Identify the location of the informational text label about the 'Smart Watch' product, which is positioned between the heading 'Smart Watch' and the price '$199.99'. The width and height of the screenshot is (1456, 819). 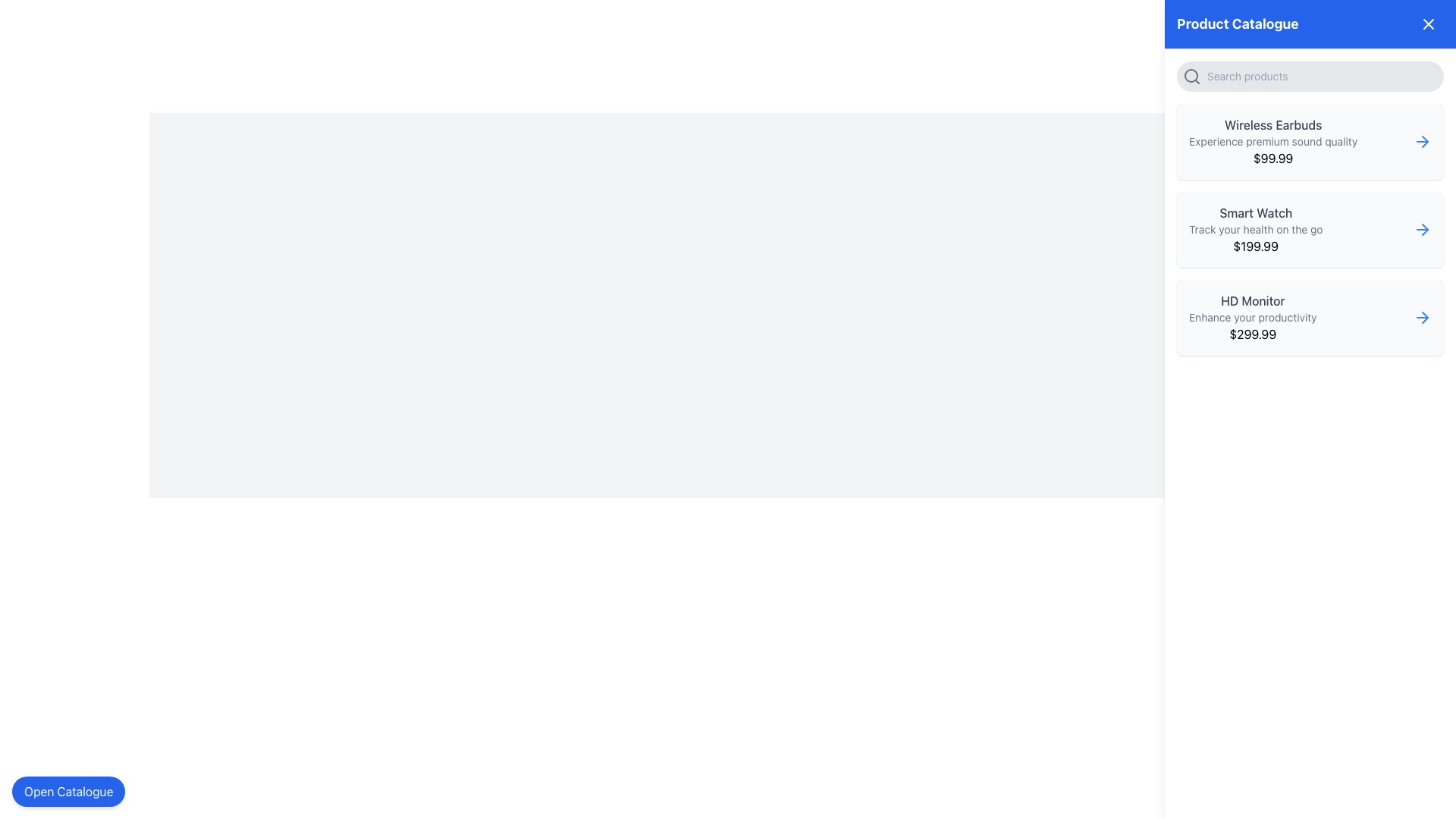
(1256, 230).